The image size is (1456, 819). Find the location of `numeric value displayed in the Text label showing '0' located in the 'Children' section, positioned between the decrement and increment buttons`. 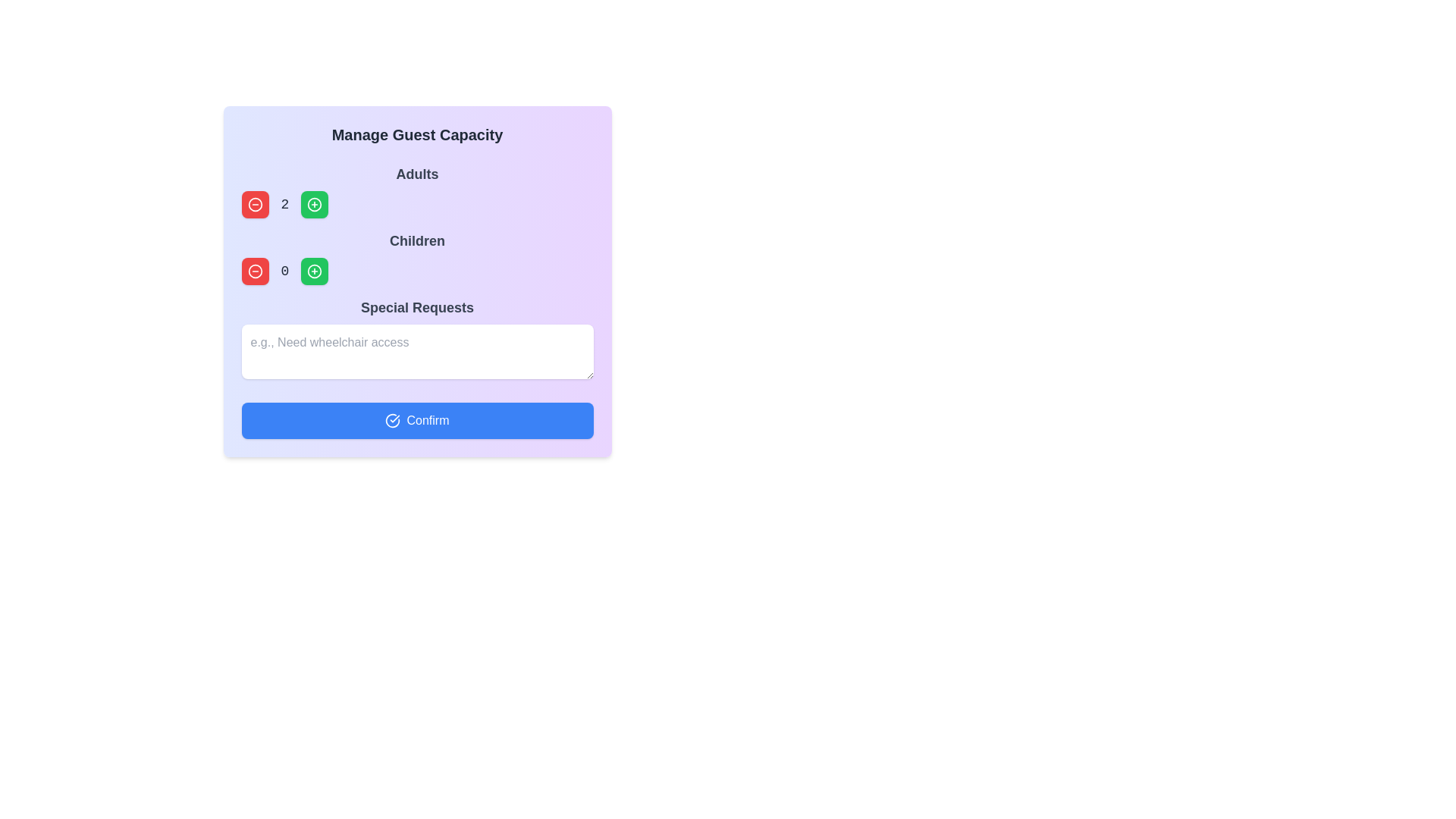

numeric value displayed in the Text label showing '0' located in the 'Children' section, positioned between the decrement and increment buttons is located at coordinates (284, 271).